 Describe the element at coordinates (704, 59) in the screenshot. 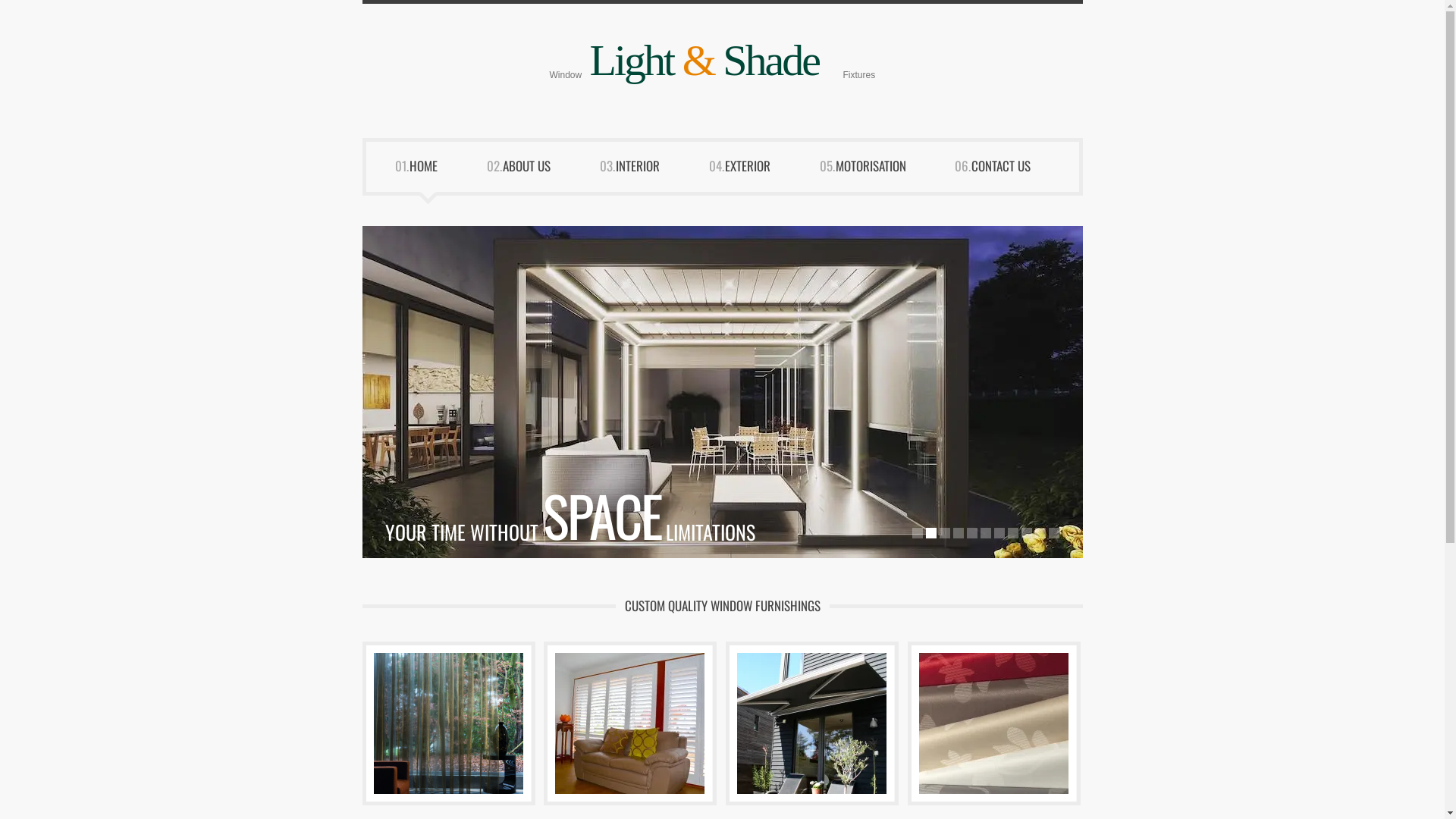

I see `'Light & Shade'` at that location.